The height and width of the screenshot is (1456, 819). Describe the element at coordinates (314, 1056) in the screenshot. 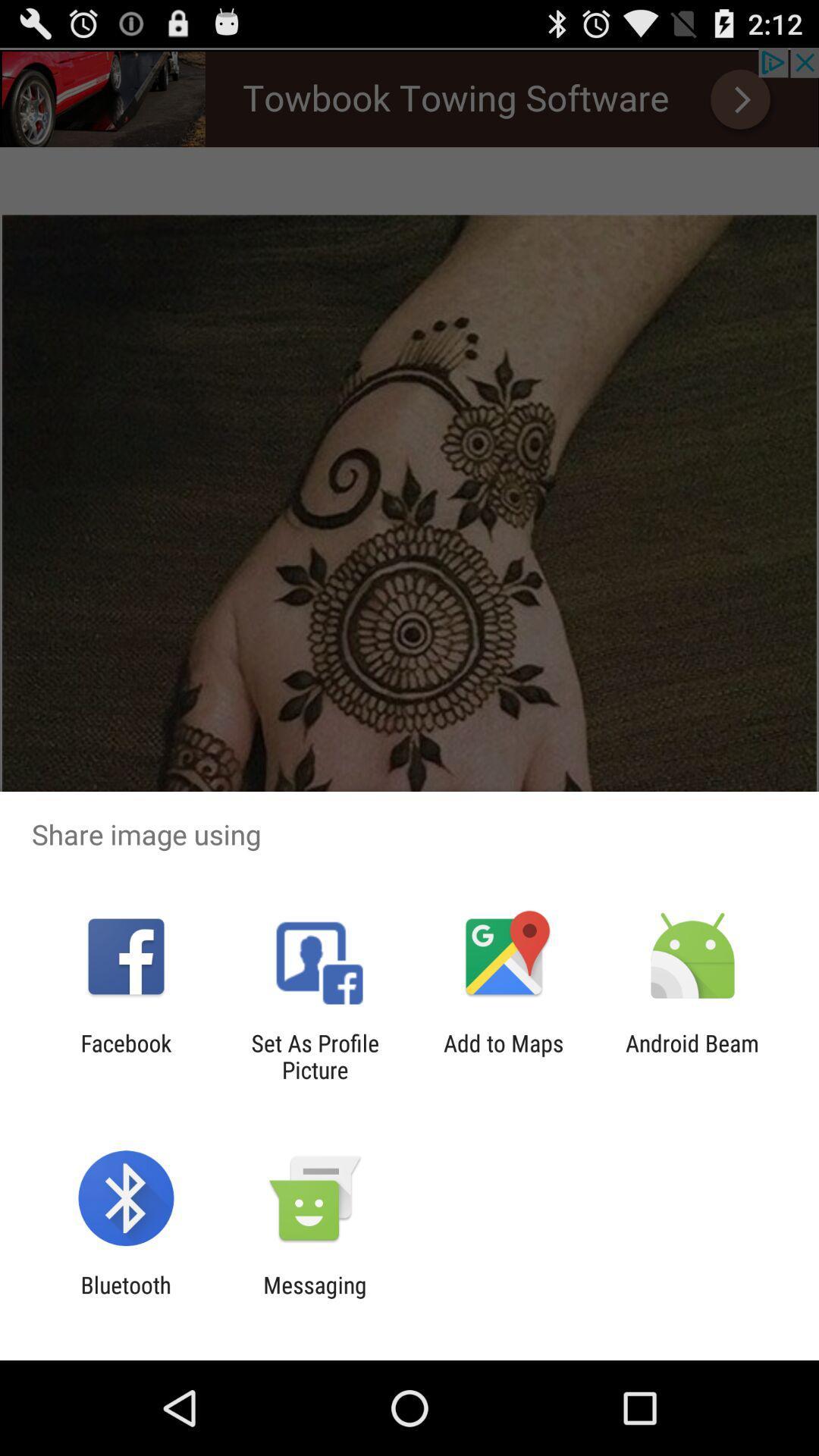

I see `the set as profile app` at that location.